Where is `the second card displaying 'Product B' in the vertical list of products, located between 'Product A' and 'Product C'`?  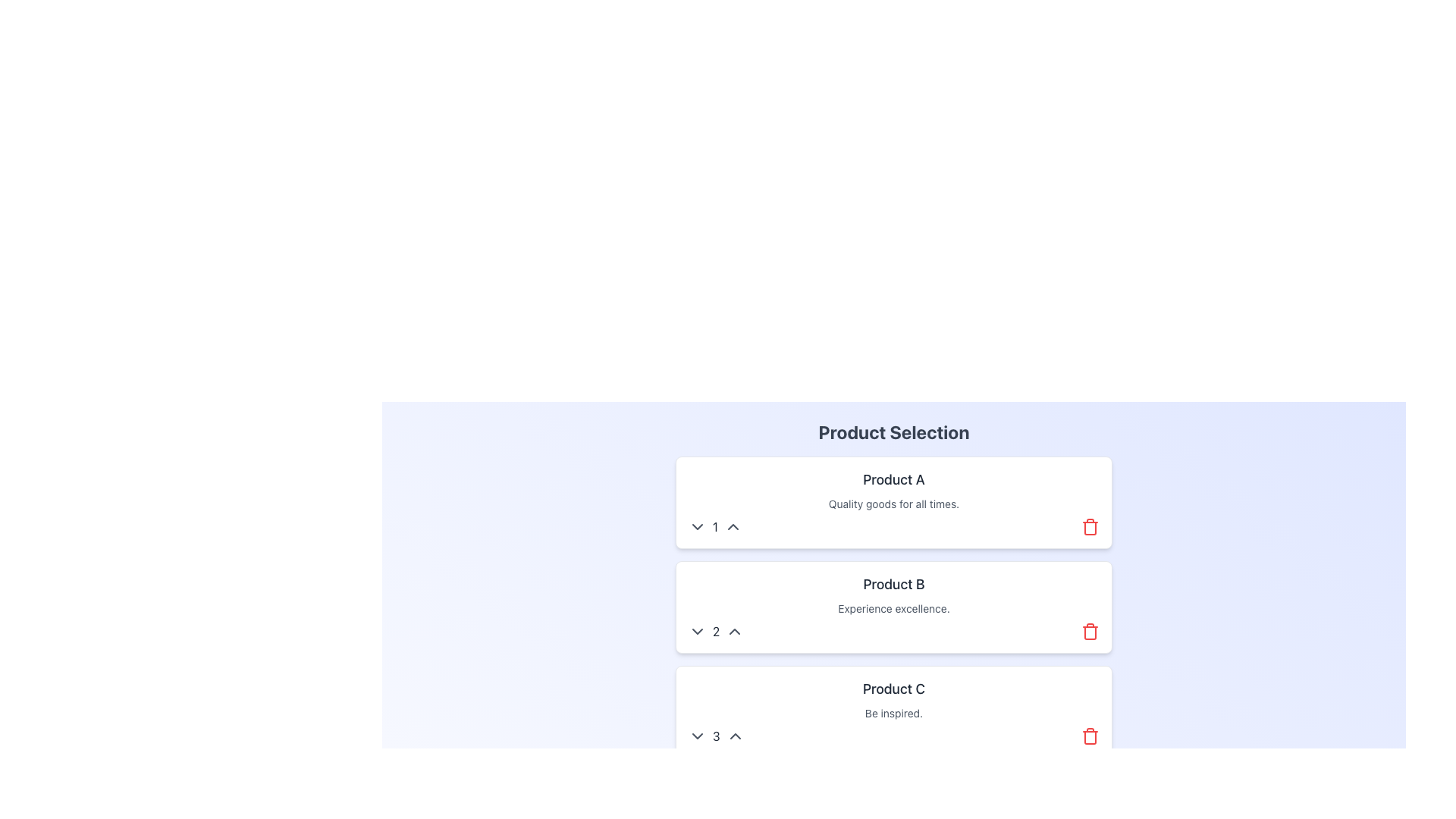
the second card displaying 'Product B' in the vertical list of products, located between 'Product A' and 'Product C' is located at coordinates (894, 607).